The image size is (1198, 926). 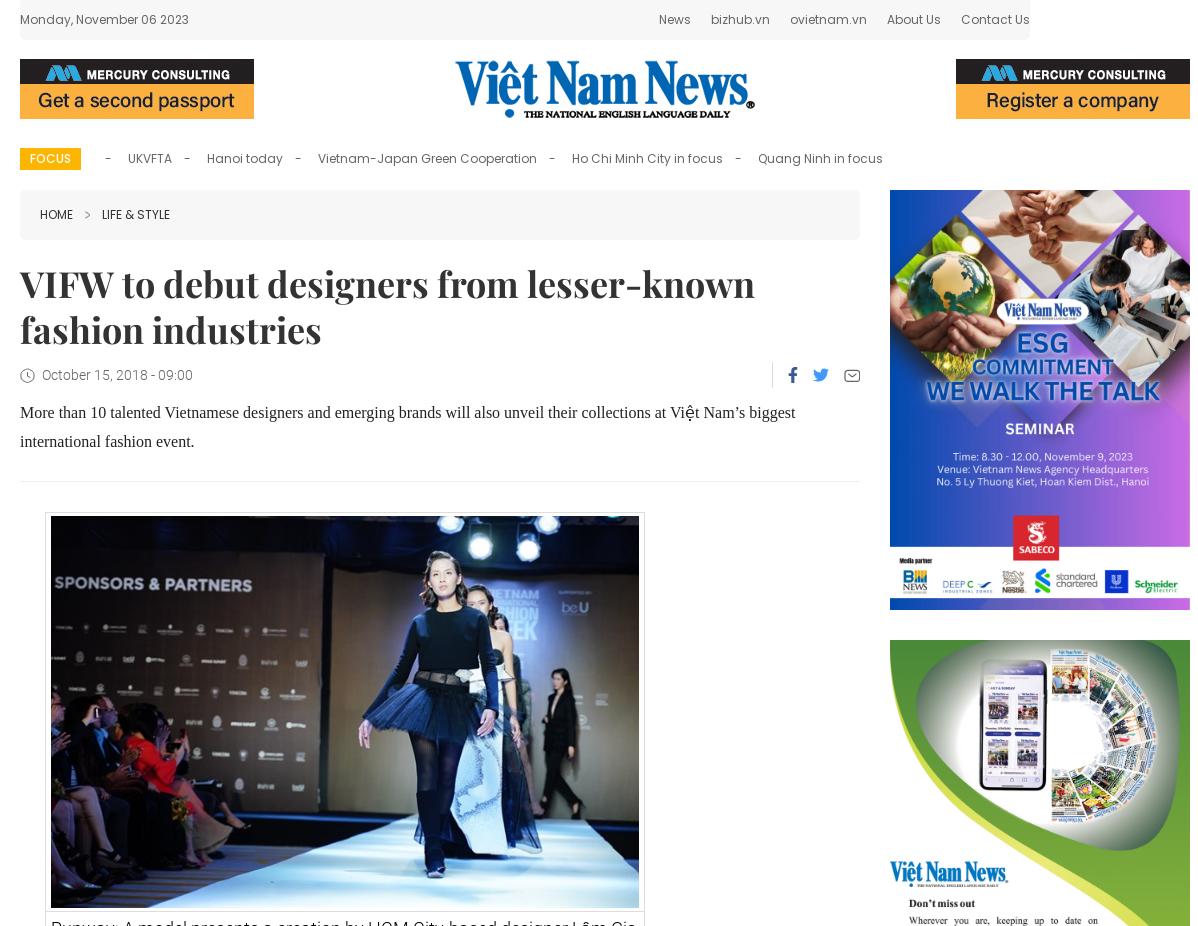 I want to click on 'The HCM City General Sciences Library has opened a new reading room serving young readers aged between five and 18.', so click(x=304, y=512).